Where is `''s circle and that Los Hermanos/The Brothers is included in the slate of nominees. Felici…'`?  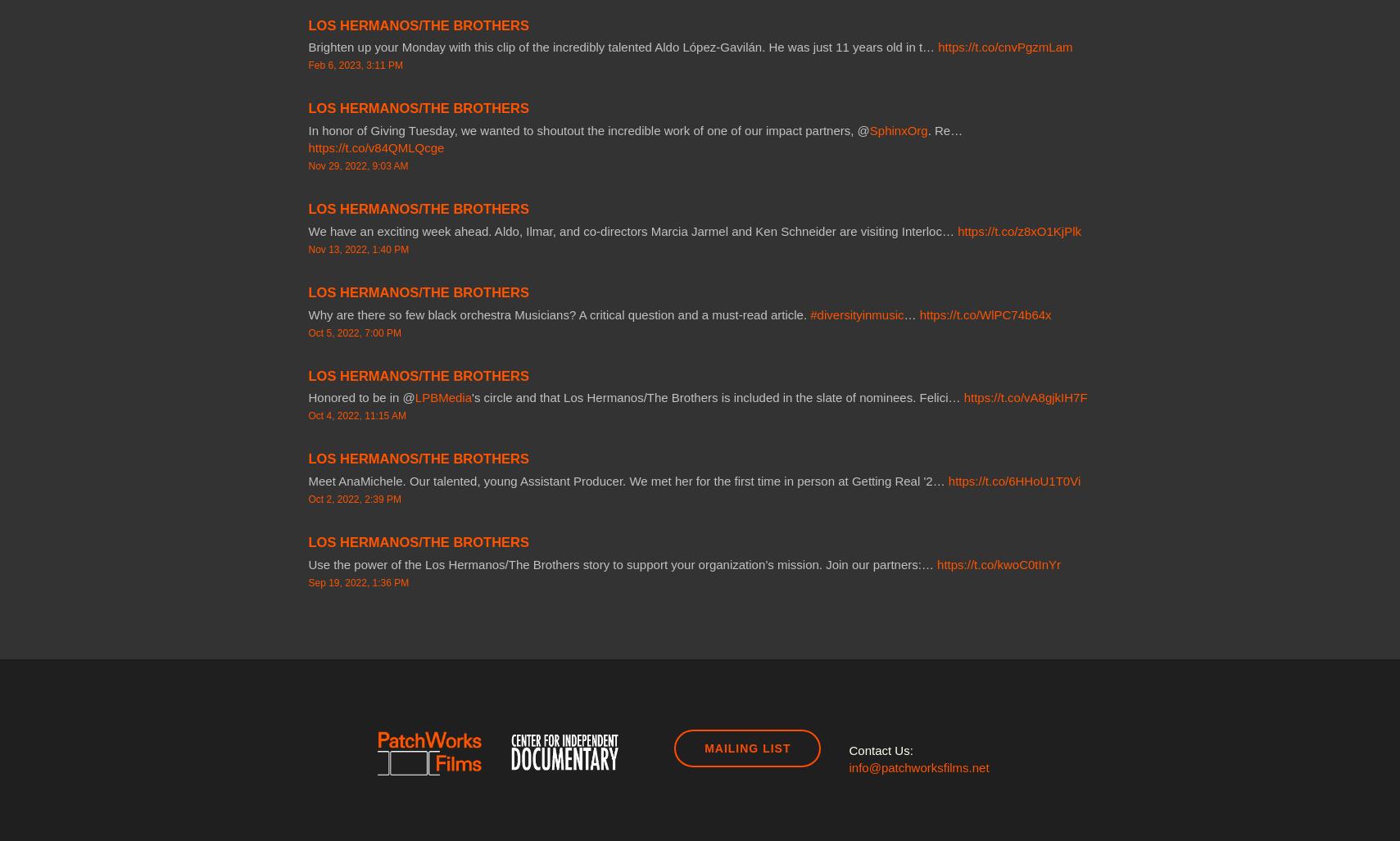 ''s circle and that Los Hermanos/The Brothers is included in the slate of nominees. Felici…' is located at coordinates (718, 397).